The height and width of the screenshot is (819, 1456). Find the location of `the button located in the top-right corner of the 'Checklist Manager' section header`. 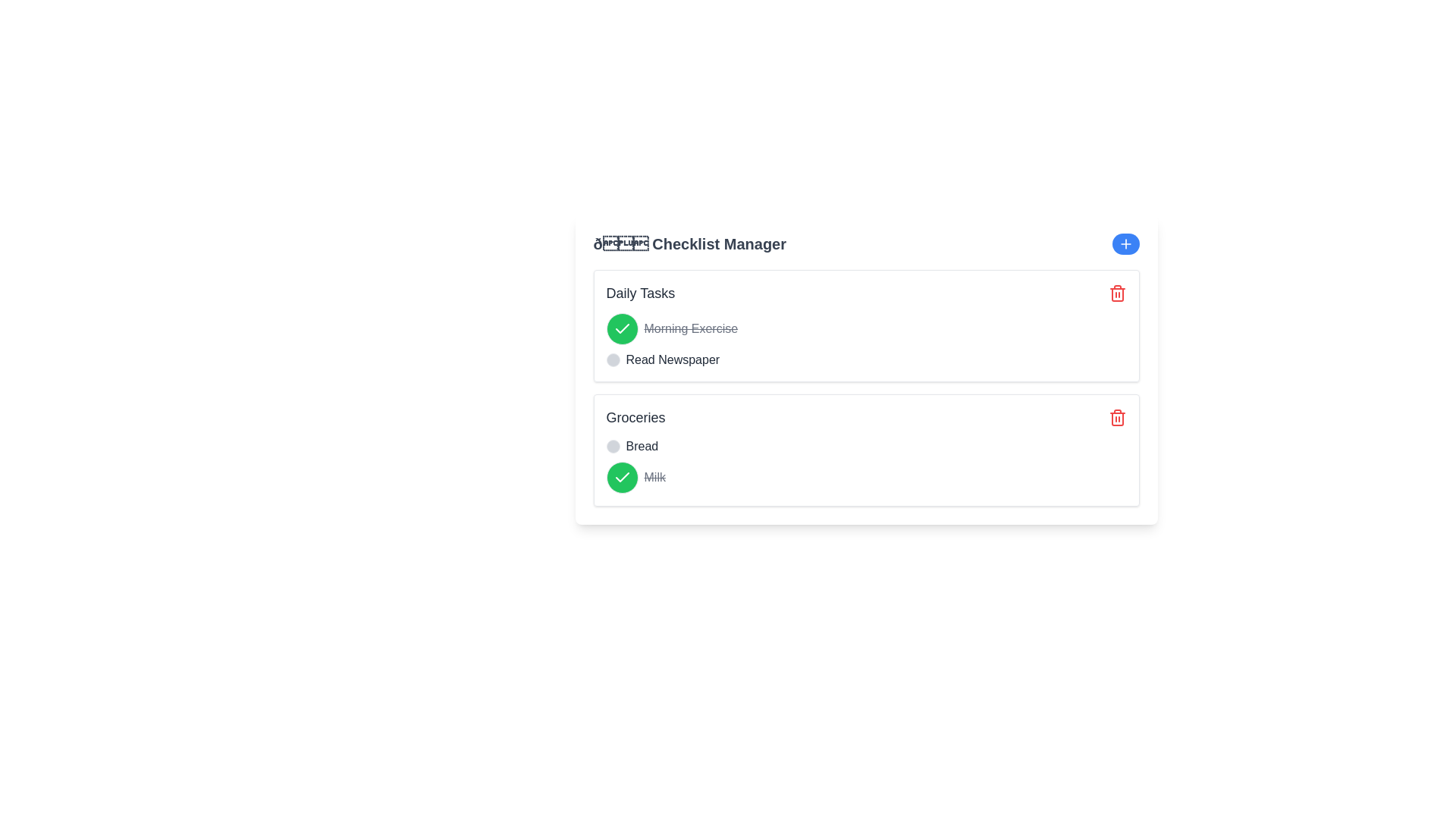

the button located in the top-right corner of the 'Checklist Manager' section header is located at coordinates (1125, 243).